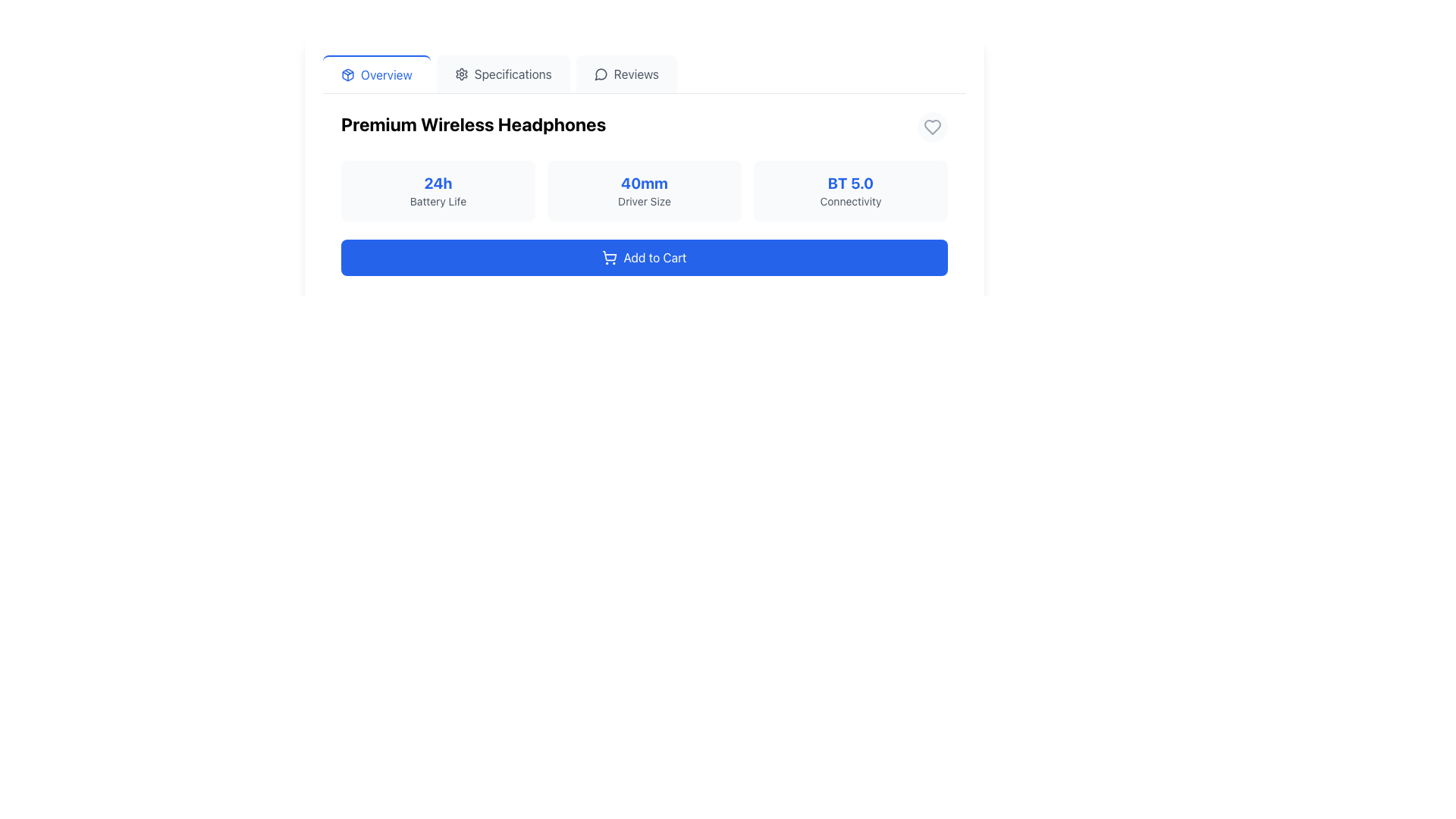 The image size is (1456, 819). What do you see at coordinates (437, 183) in the screenshot?
I see `the text label displaying '24h' in a bold and large blue font, which is centrally located in a light-gray box with rounded edges` at bounding box center [437, 183].